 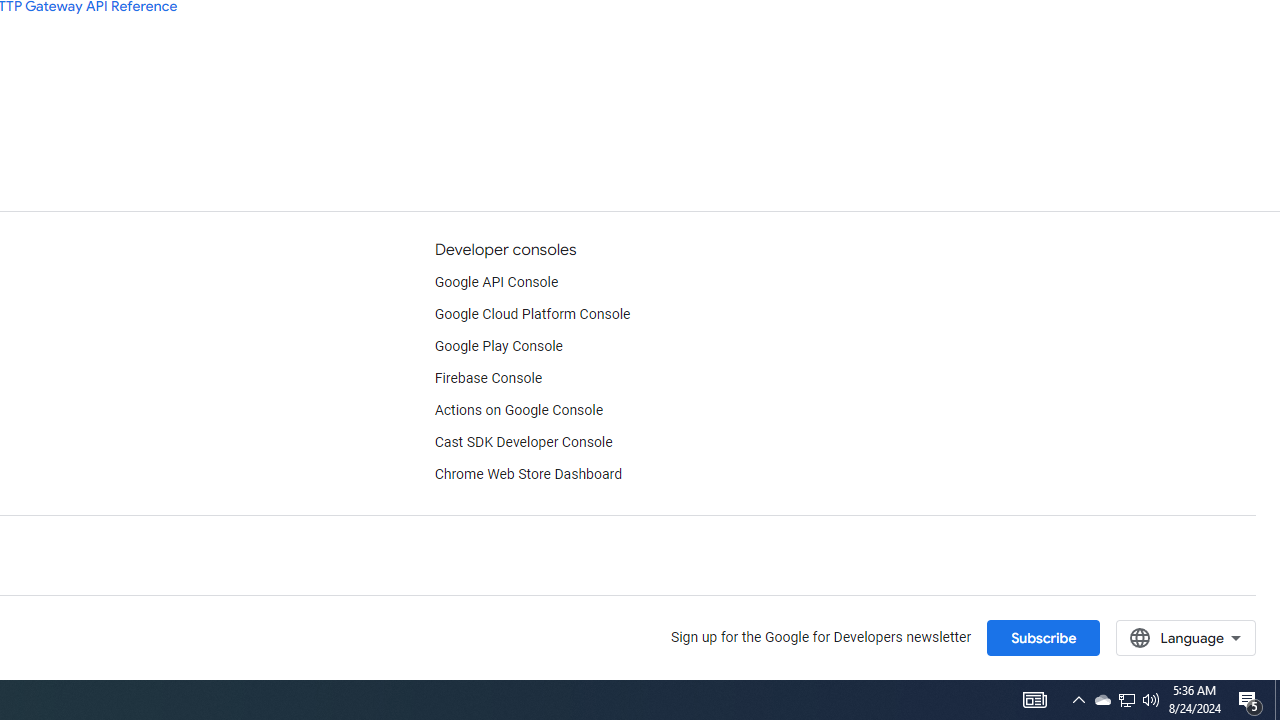 I want to click on 'Firebase Console', so click(x=488, y=379).